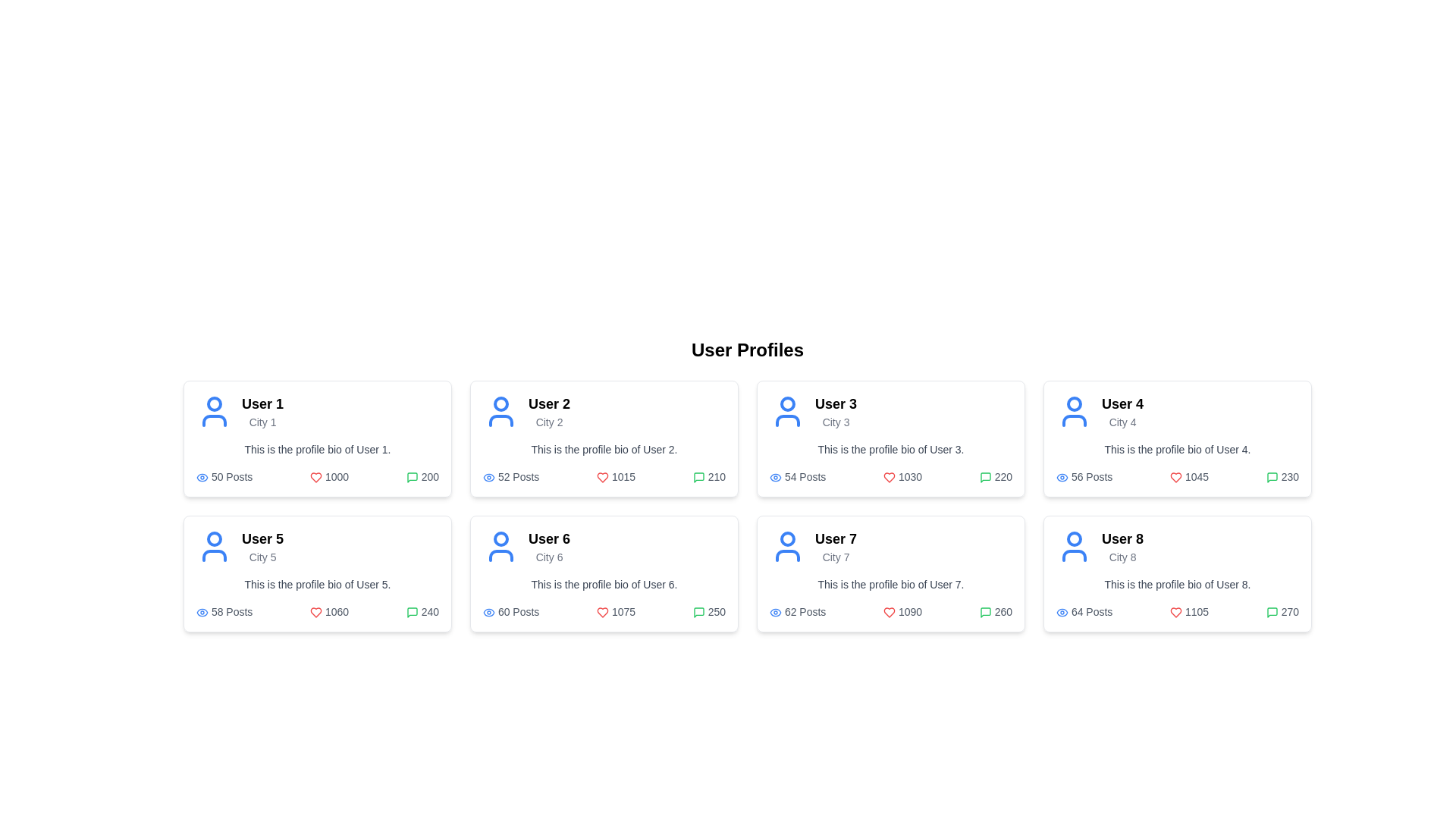 The image size is (1456, 819). What do you see at coordinates (835, 422) in the screenshot?
I see `the Label indicating the city associated with 'User 3' in the profile card located in the first row, third column of the grid` at bounding box center [835, 422].